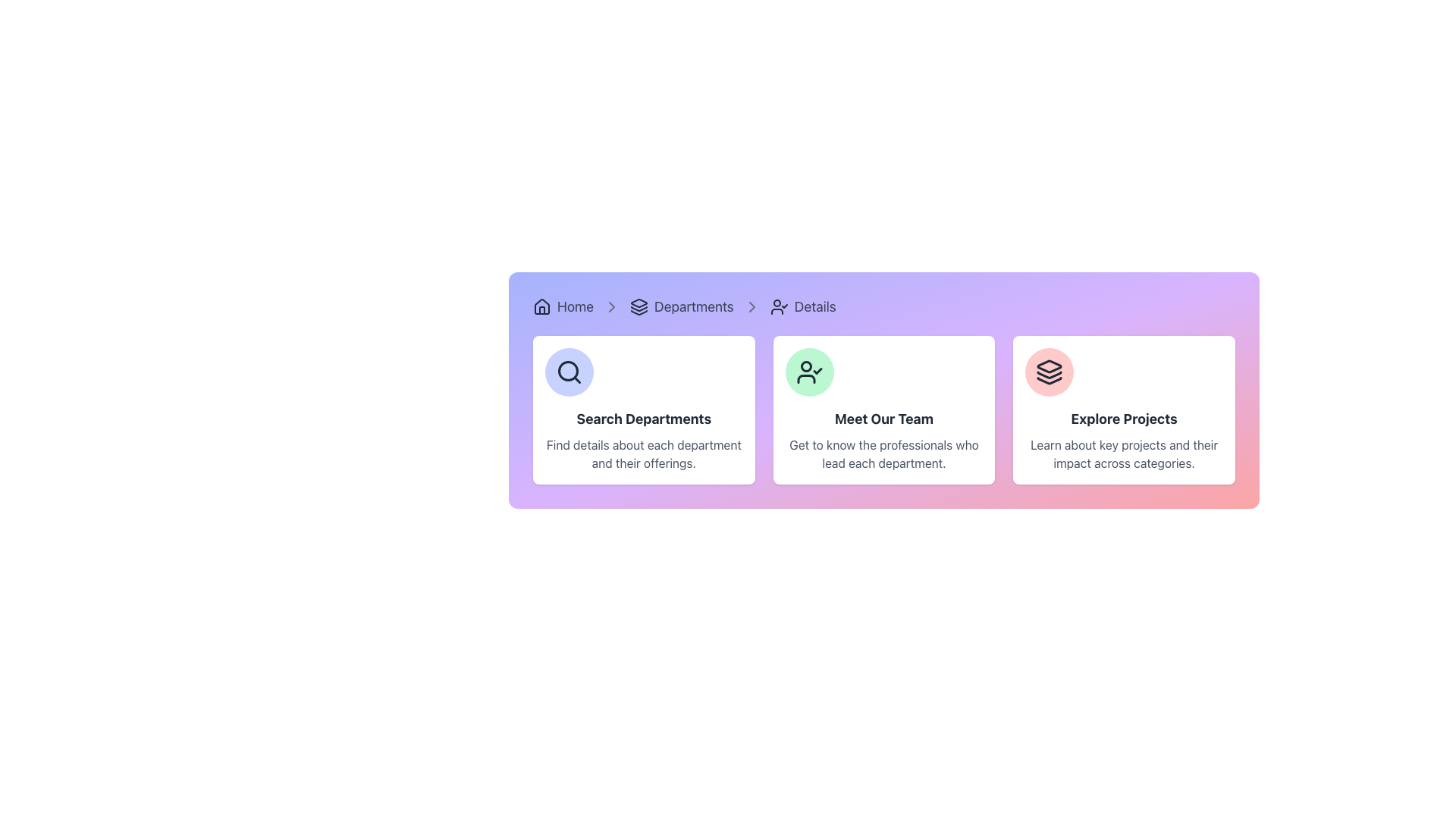  Describe the element at coordinates (1124, 409) in the screenshot. I see `the informational card located in the grid layout's third column from the left, positioned to the right of the 'Meet Our Team' panel` at that location.